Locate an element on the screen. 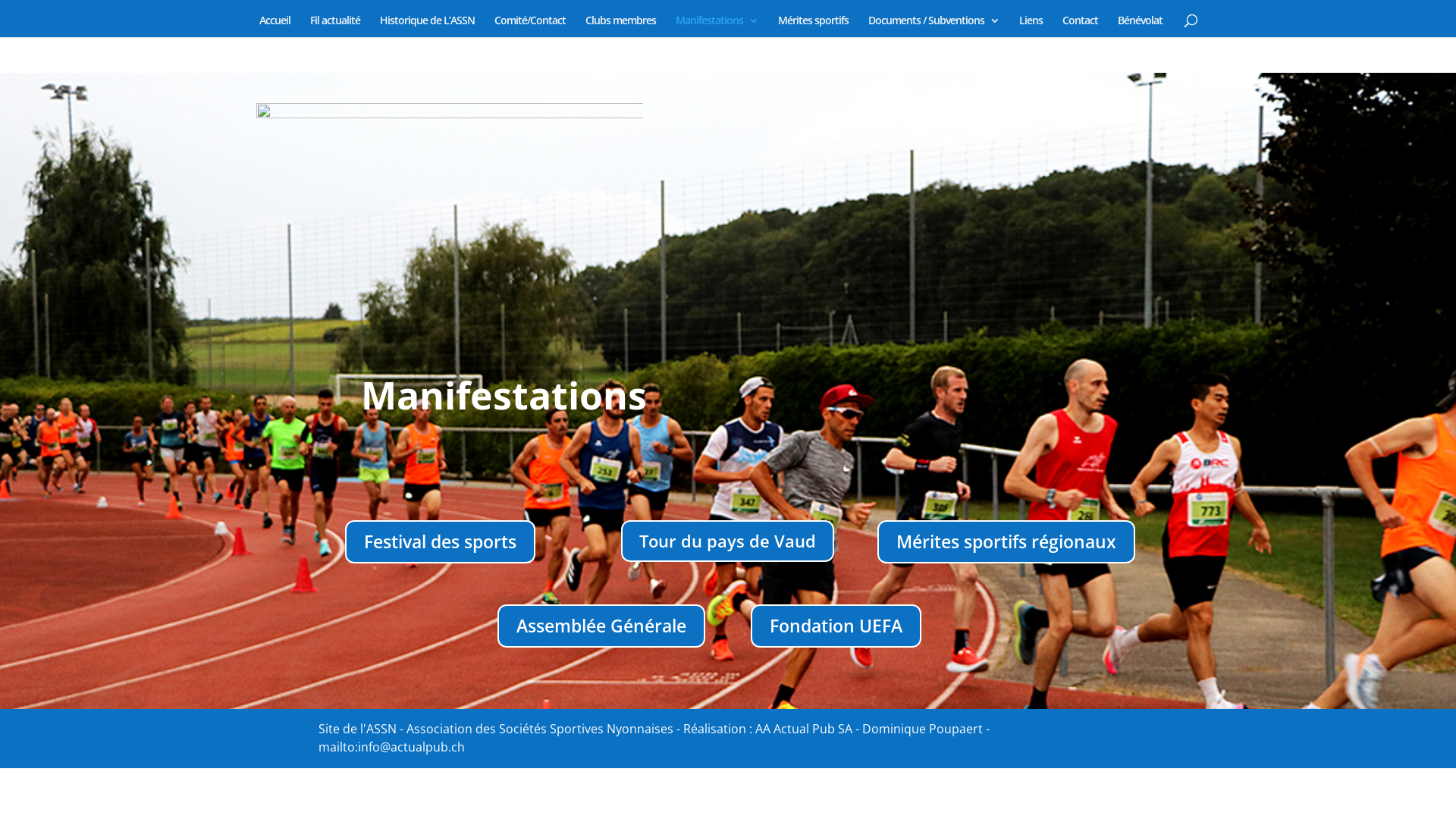 The width and height of the screenshot is (1456, 819). 'Festival des sports' is located at coordinates (439, 541).